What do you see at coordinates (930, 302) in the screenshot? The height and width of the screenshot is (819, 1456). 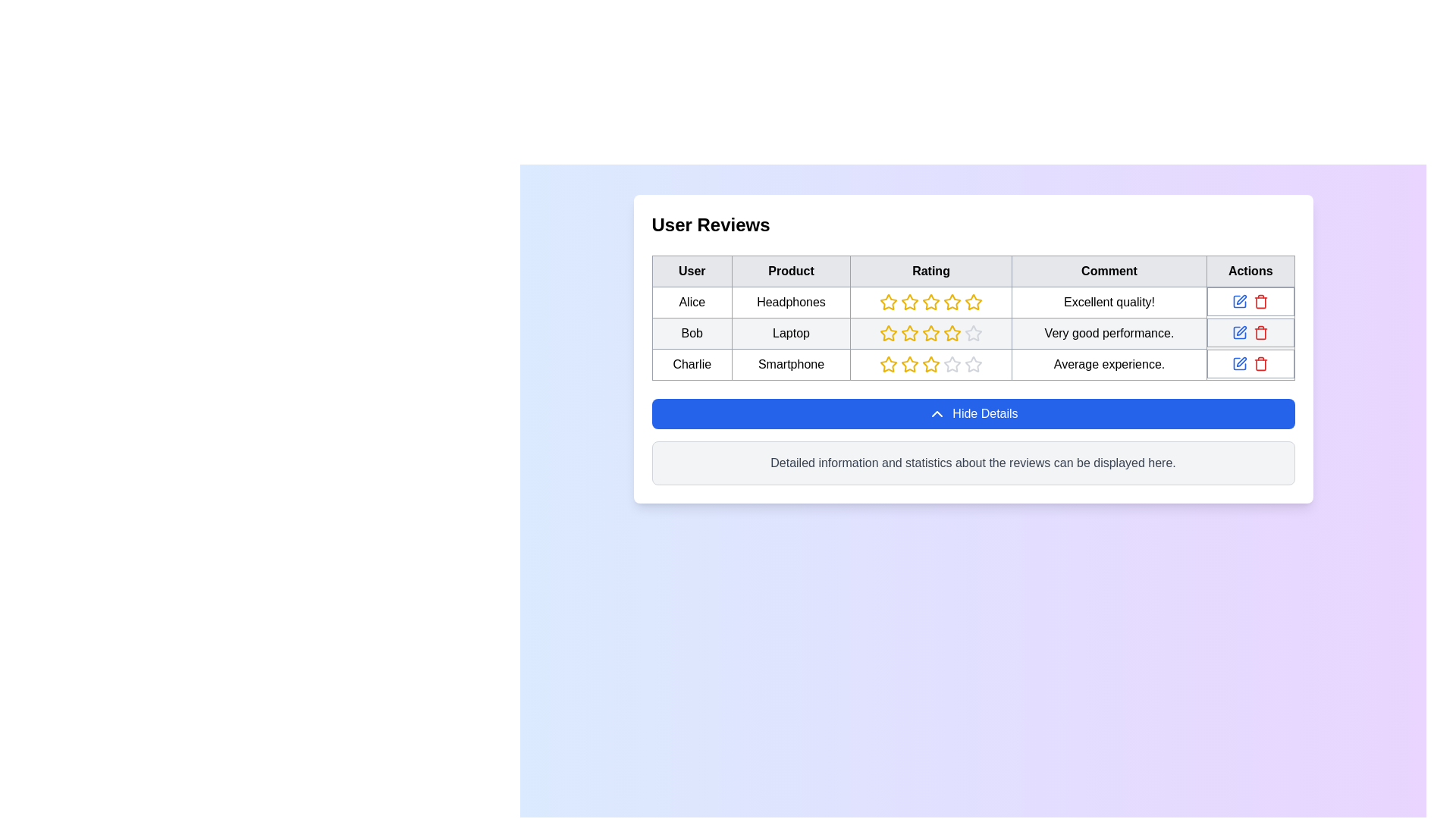 I see `the fifth star icon in the 'Rating' column for the product 'Headphones' in the 'User Reviews' section` at bounding box center [930, 302].